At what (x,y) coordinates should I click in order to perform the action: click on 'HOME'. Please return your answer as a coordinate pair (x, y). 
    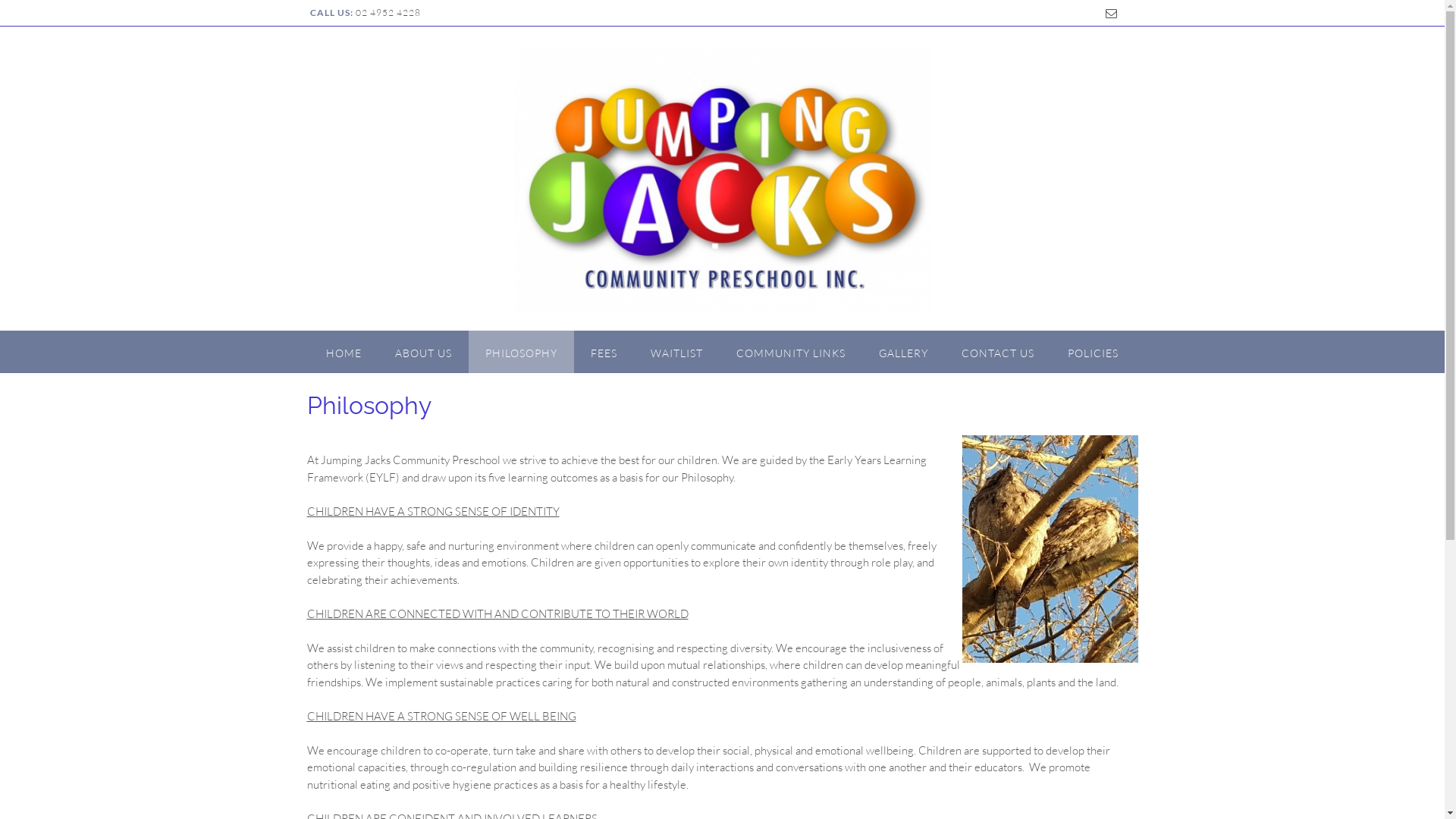
    Looking at the image, I should click on (343, 351).